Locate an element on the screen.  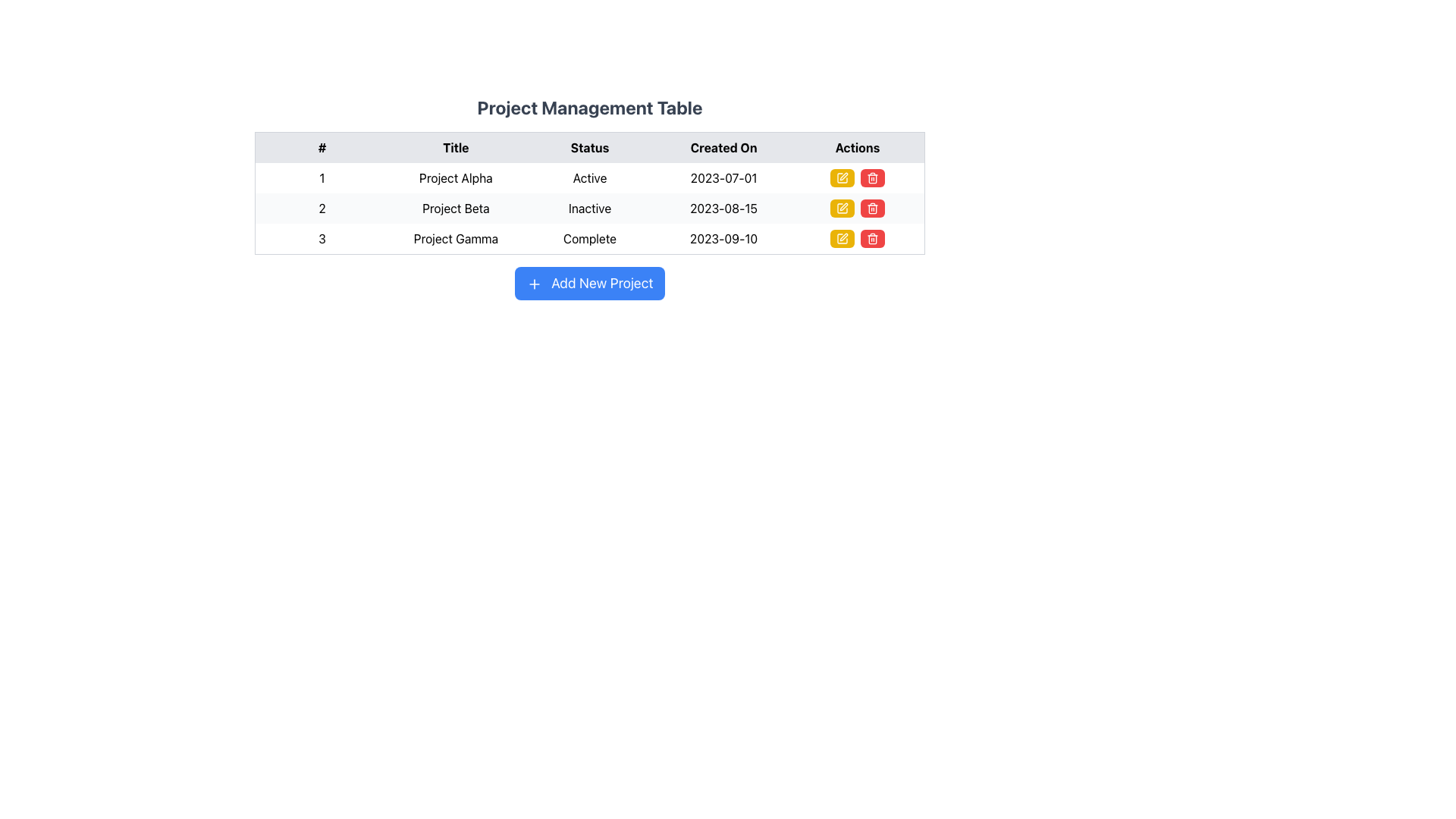
the text label 'Actions' in the header row of the table, which is the fifth column header styled in bold black font against a gray background is located at coordinates (858, 147).